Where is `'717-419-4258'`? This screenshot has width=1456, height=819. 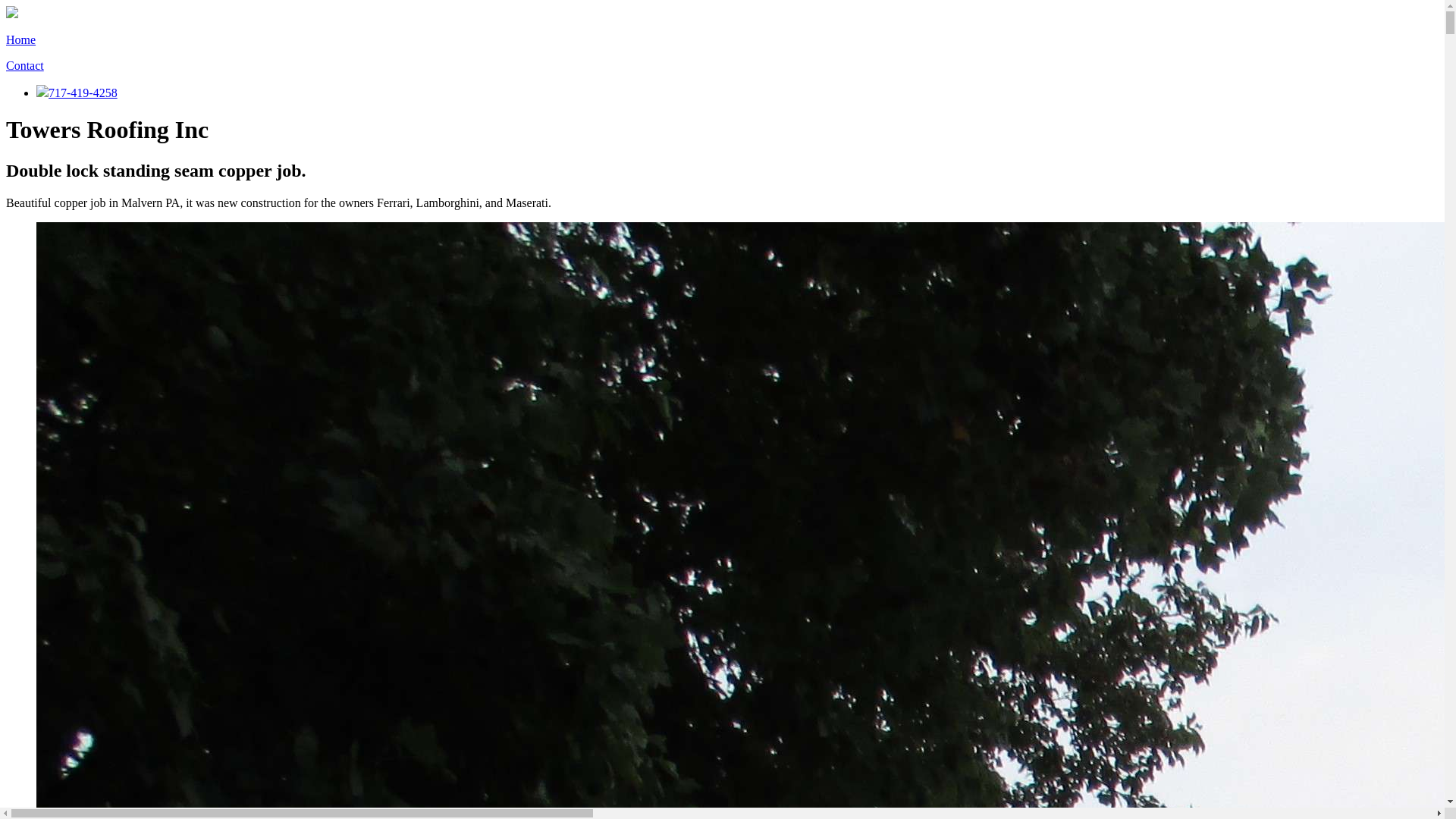
'717-419-4258' is located at coordinates (76, 93).